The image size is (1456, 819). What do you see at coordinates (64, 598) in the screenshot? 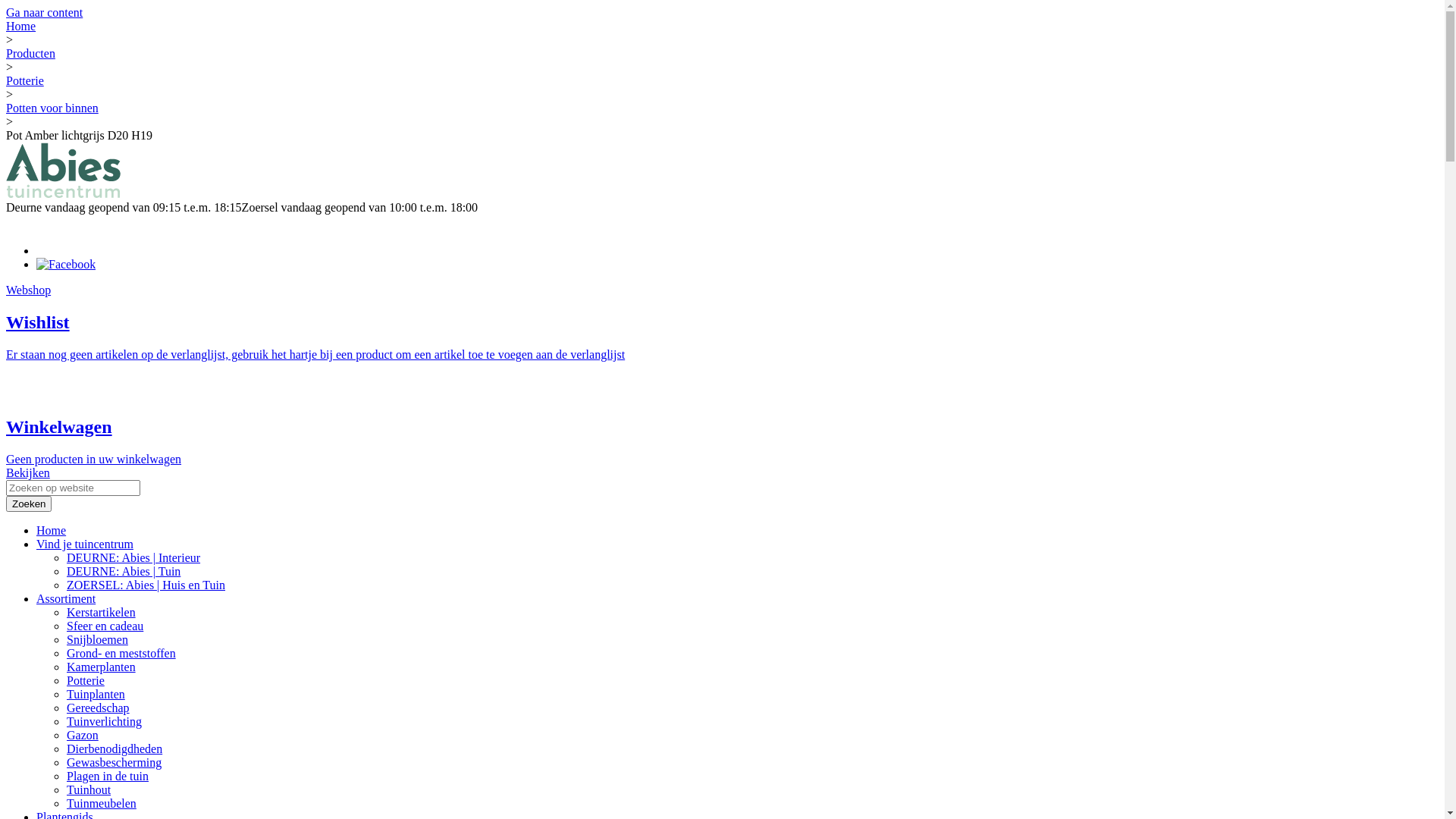
I see `'Assortiment'` at bounding box center [64, 598].